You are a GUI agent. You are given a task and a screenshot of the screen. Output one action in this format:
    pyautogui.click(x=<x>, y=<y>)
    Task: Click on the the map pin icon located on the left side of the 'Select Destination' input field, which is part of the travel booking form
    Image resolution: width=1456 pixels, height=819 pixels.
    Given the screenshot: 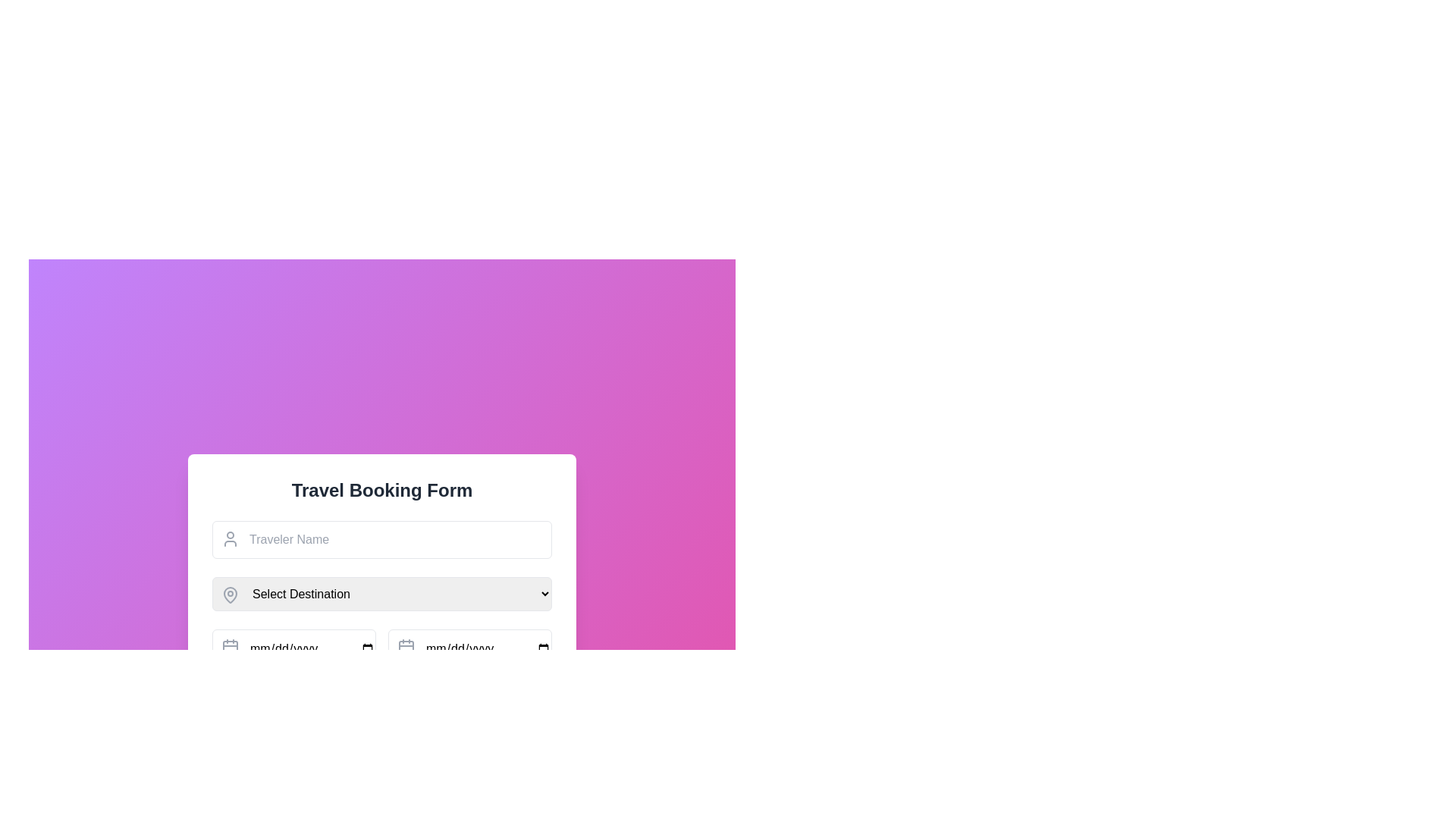 What is the action you would take?
    pyautogui.click(x=229, y=595)
    